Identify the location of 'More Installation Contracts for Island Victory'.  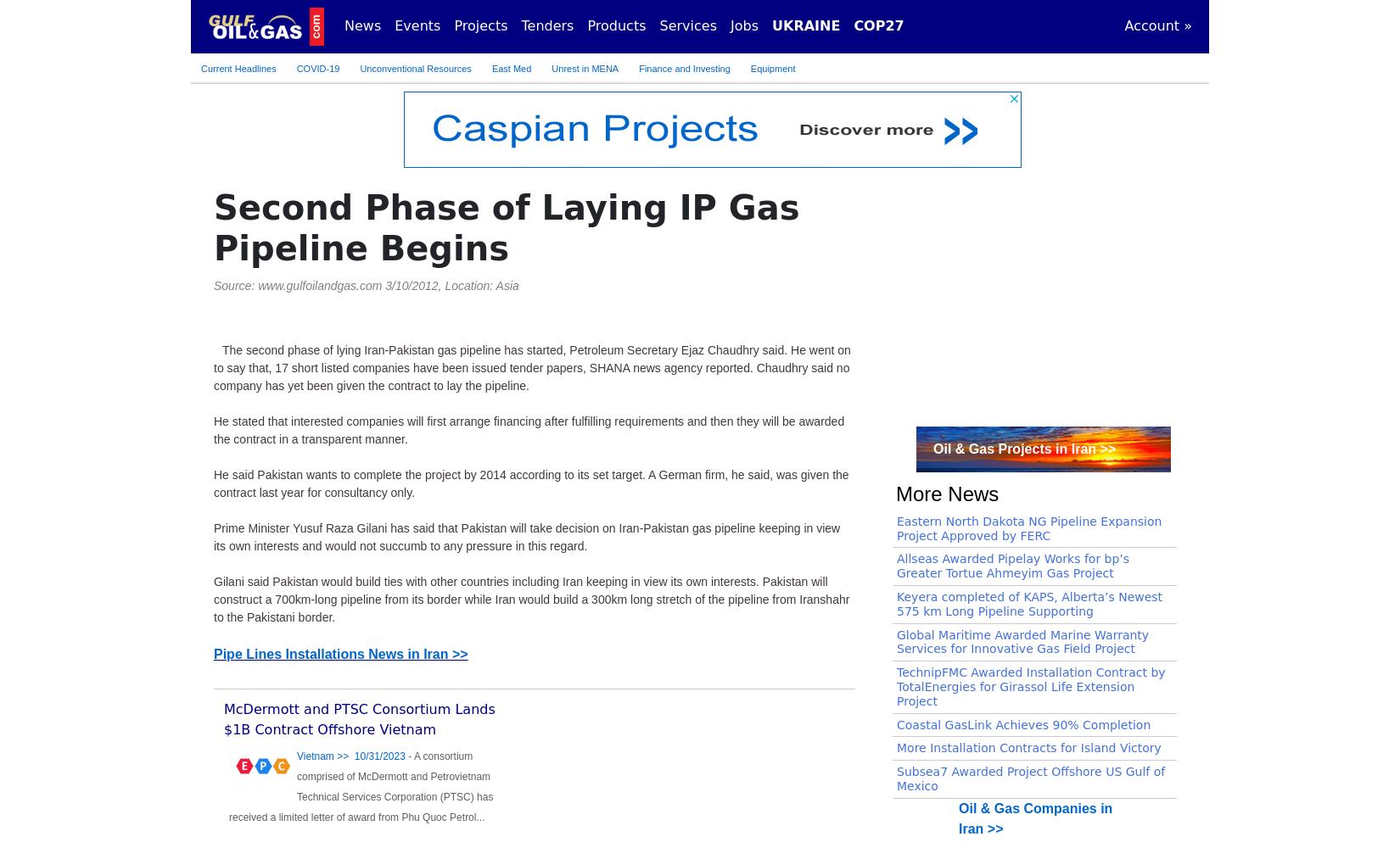
(1028, 748).